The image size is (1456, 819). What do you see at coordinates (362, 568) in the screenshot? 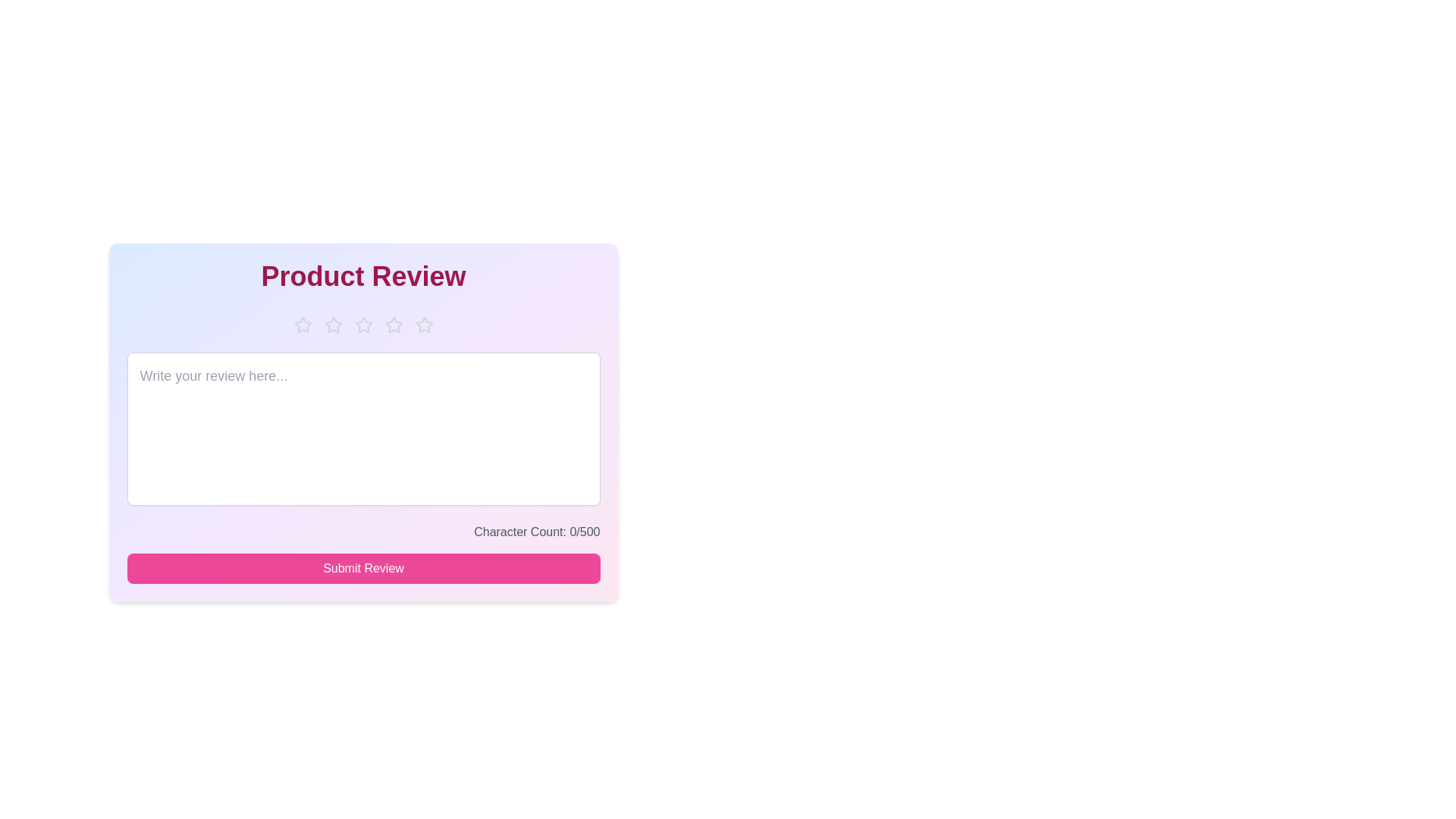
I see `the 'Submit Review' button to submit the review` at bounding box center [362, 568].